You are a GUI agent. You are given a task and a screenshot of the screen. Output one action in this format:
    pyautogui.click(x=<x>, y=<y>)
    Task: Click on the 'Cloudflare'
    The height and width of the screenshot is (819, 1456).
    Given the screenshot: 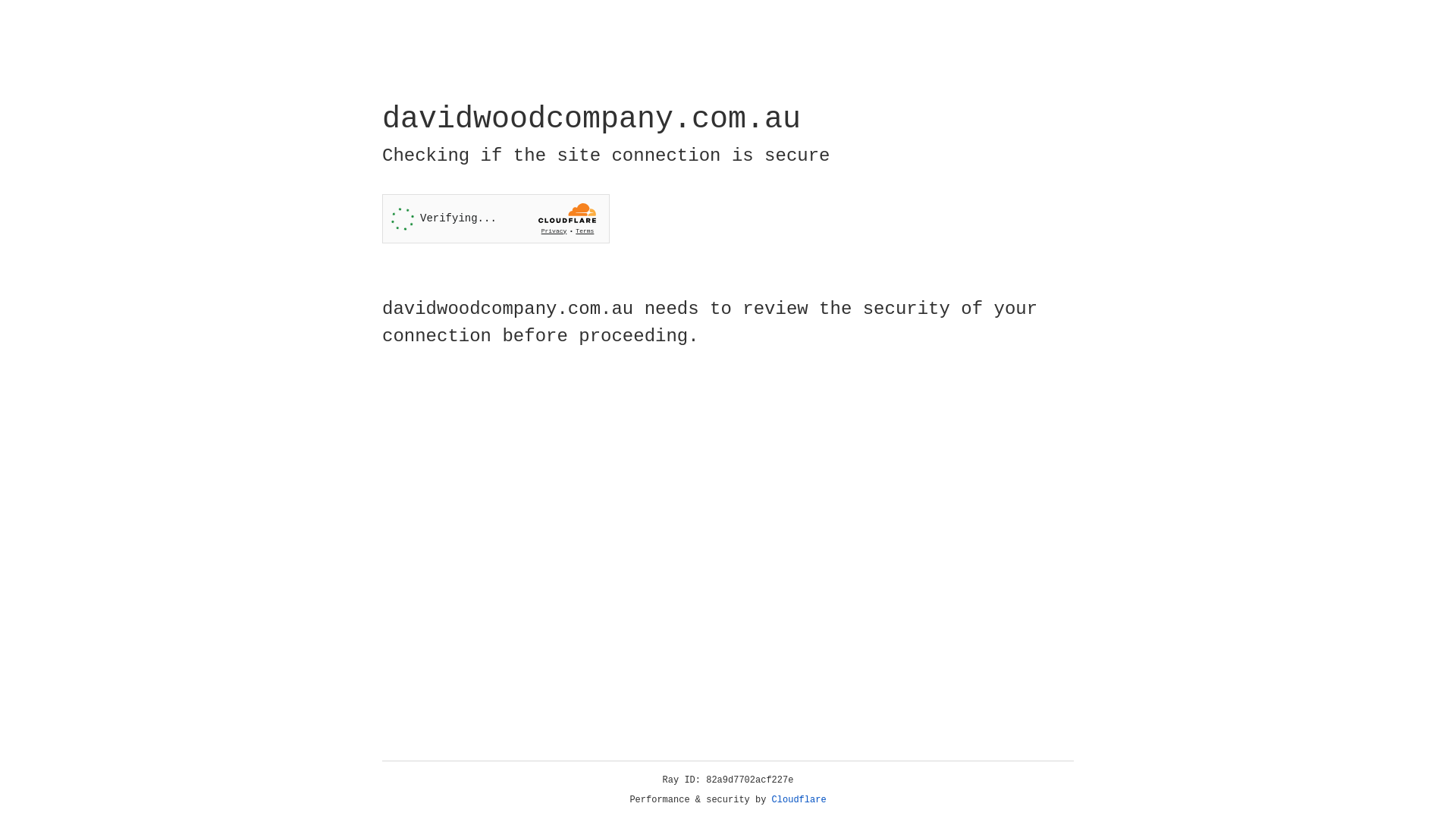 What is the action you would take?
    pyautogui.click(x=771, y=799)
    